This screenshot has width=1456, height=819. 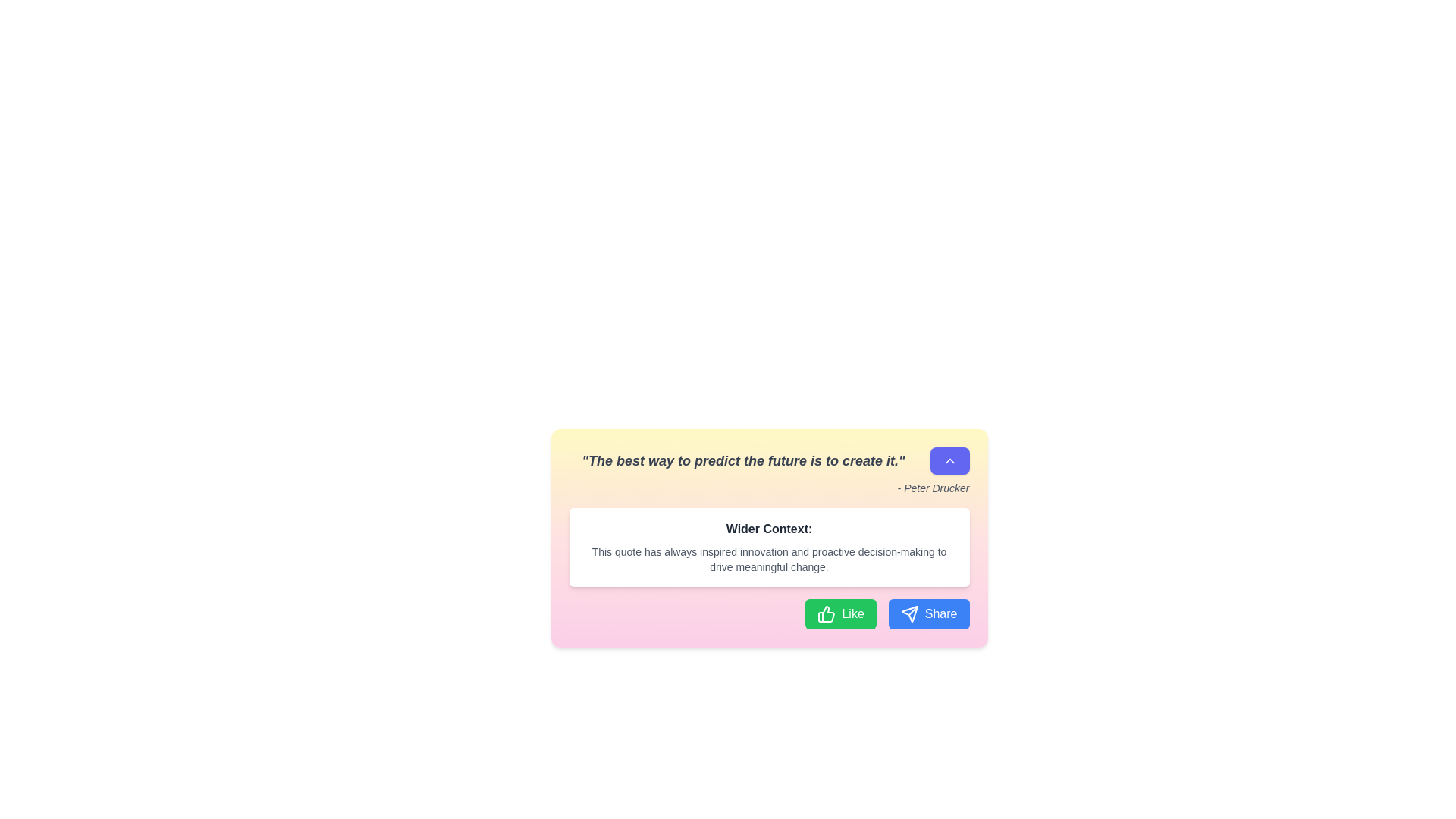 I want to click on the center of the chevron-up icon, which is a white outlined arrow on a blue circular button located at the top-right corner of the quote card, so click(x=949, y=460).